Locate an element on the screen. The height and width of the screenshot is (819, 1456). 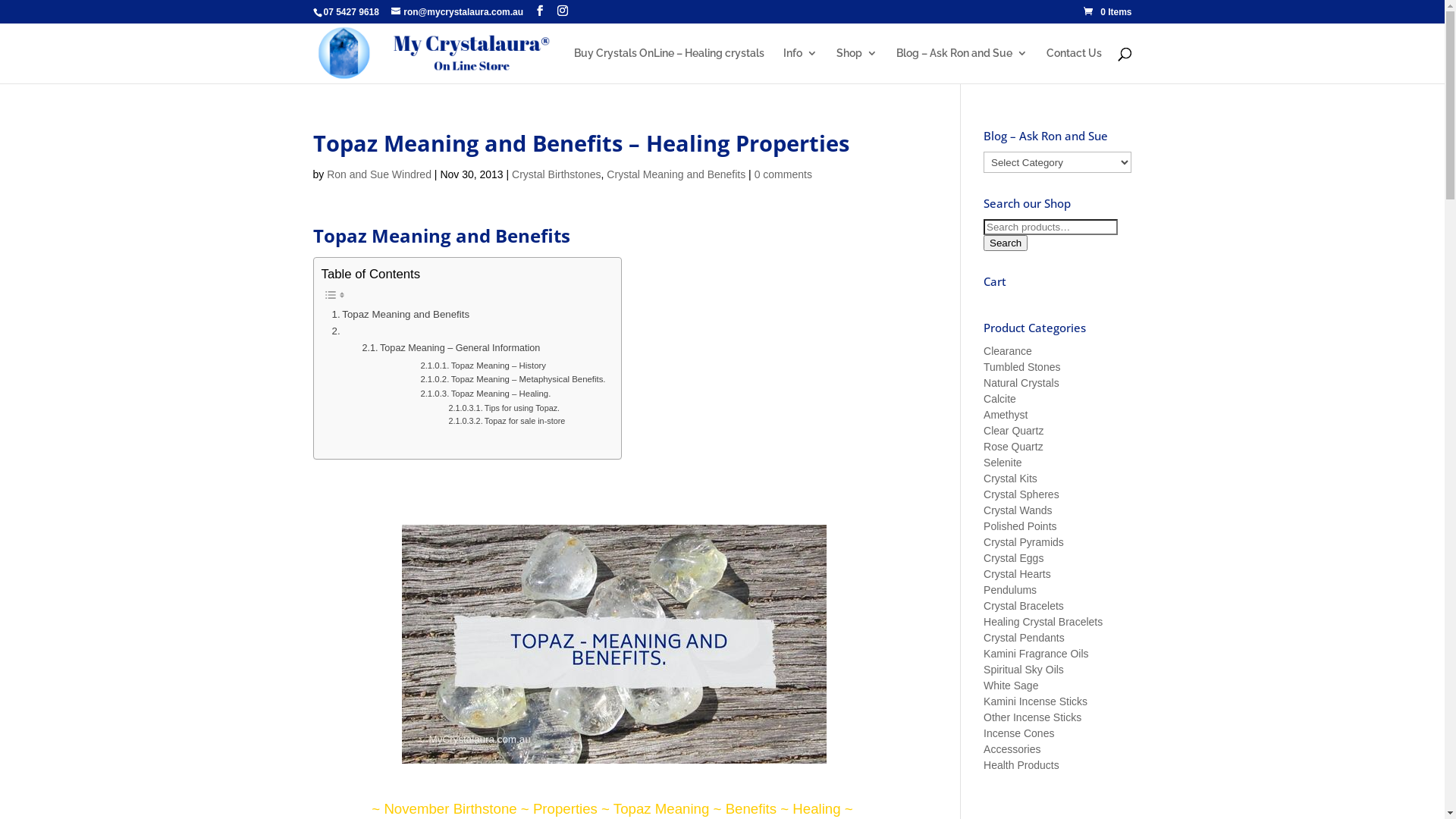
'Crystal Pyramids' is located at coordinates (983, 541).